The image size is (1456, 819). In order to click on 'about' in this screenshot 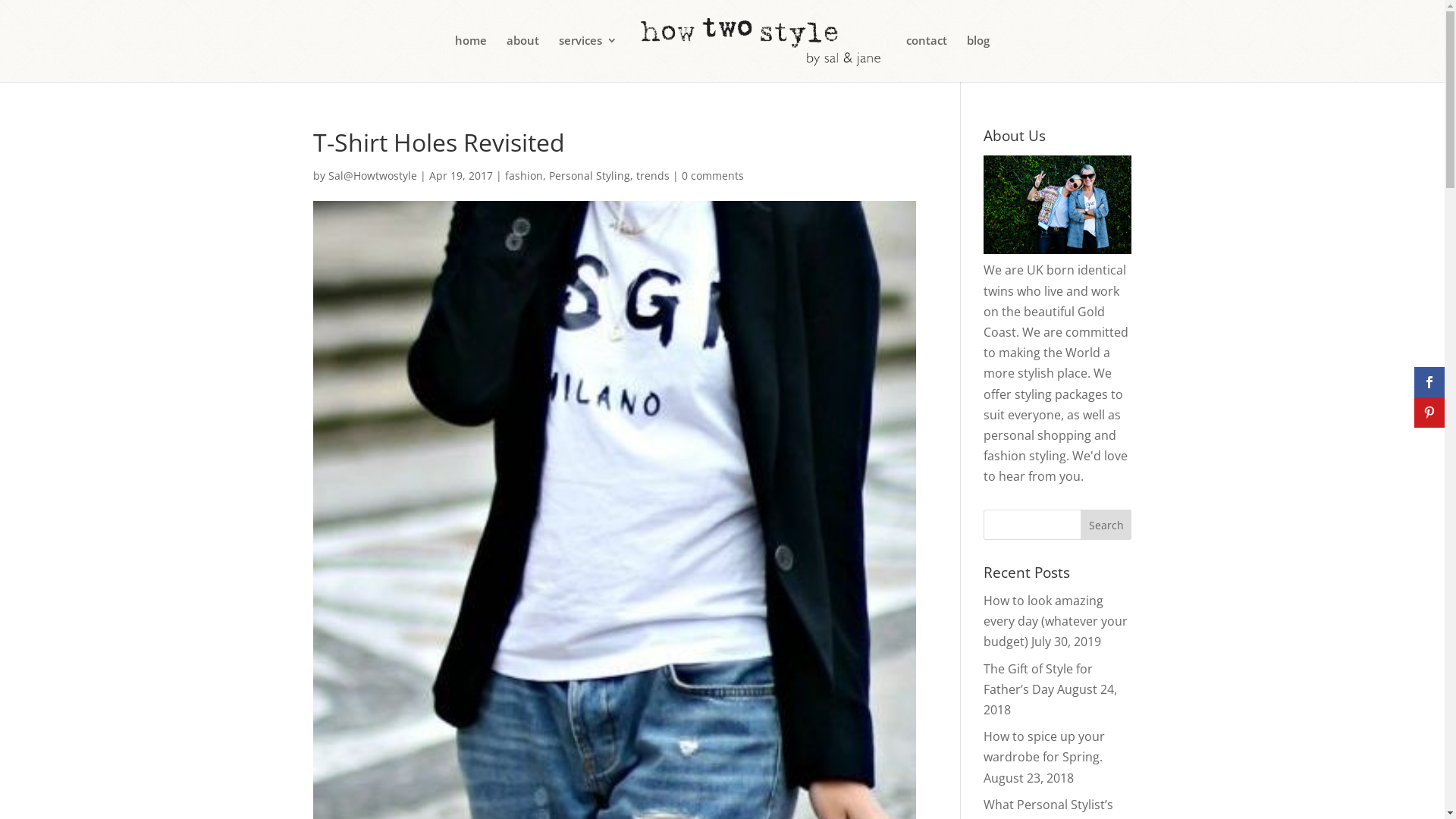, I will do `click(522, 55)`.